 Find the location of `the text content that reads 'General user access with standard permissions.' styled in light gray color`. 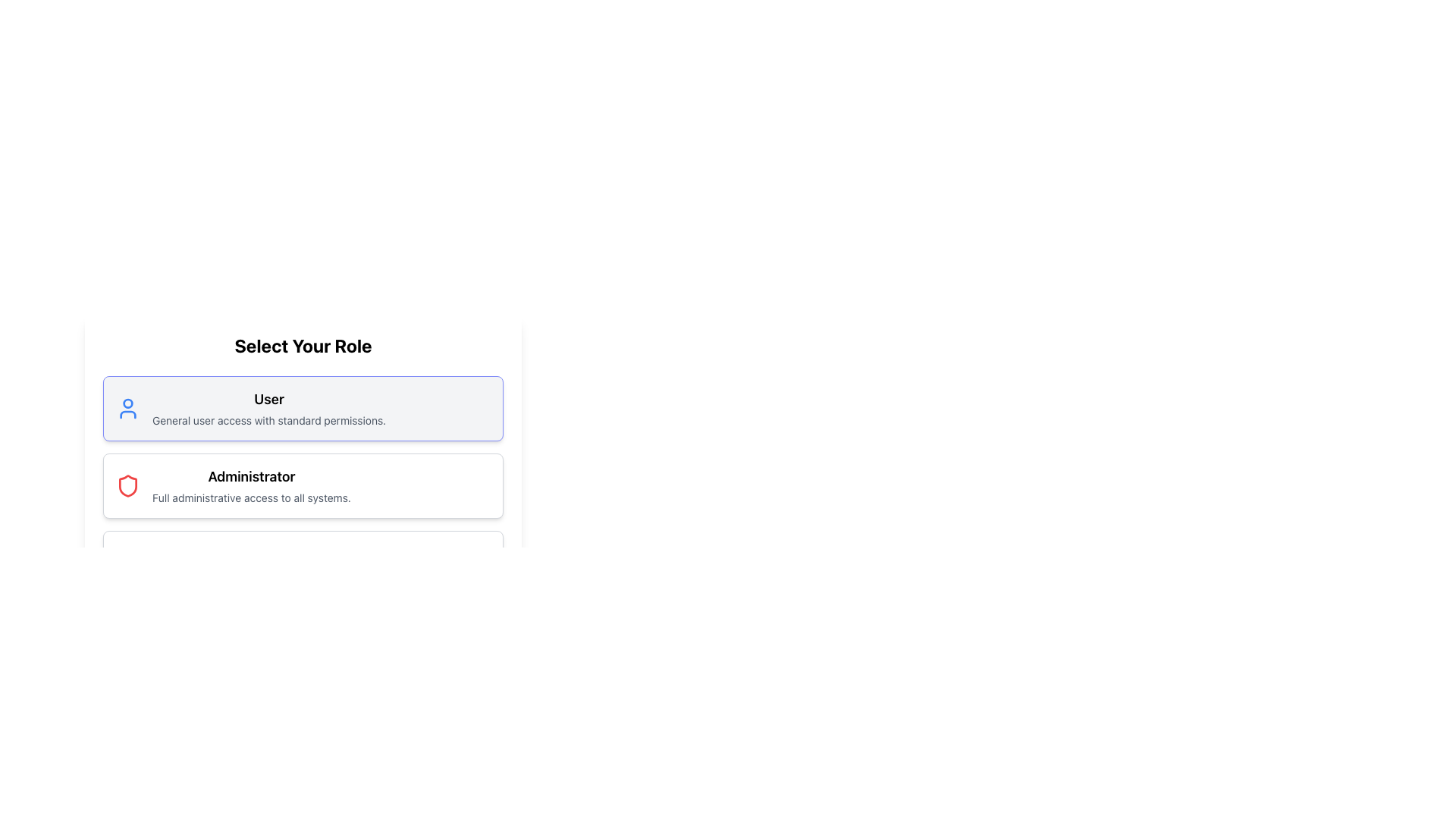

the text content that reads 'General user access with standard permissions.' styled in light gray color is located at coordinates (269, 421).